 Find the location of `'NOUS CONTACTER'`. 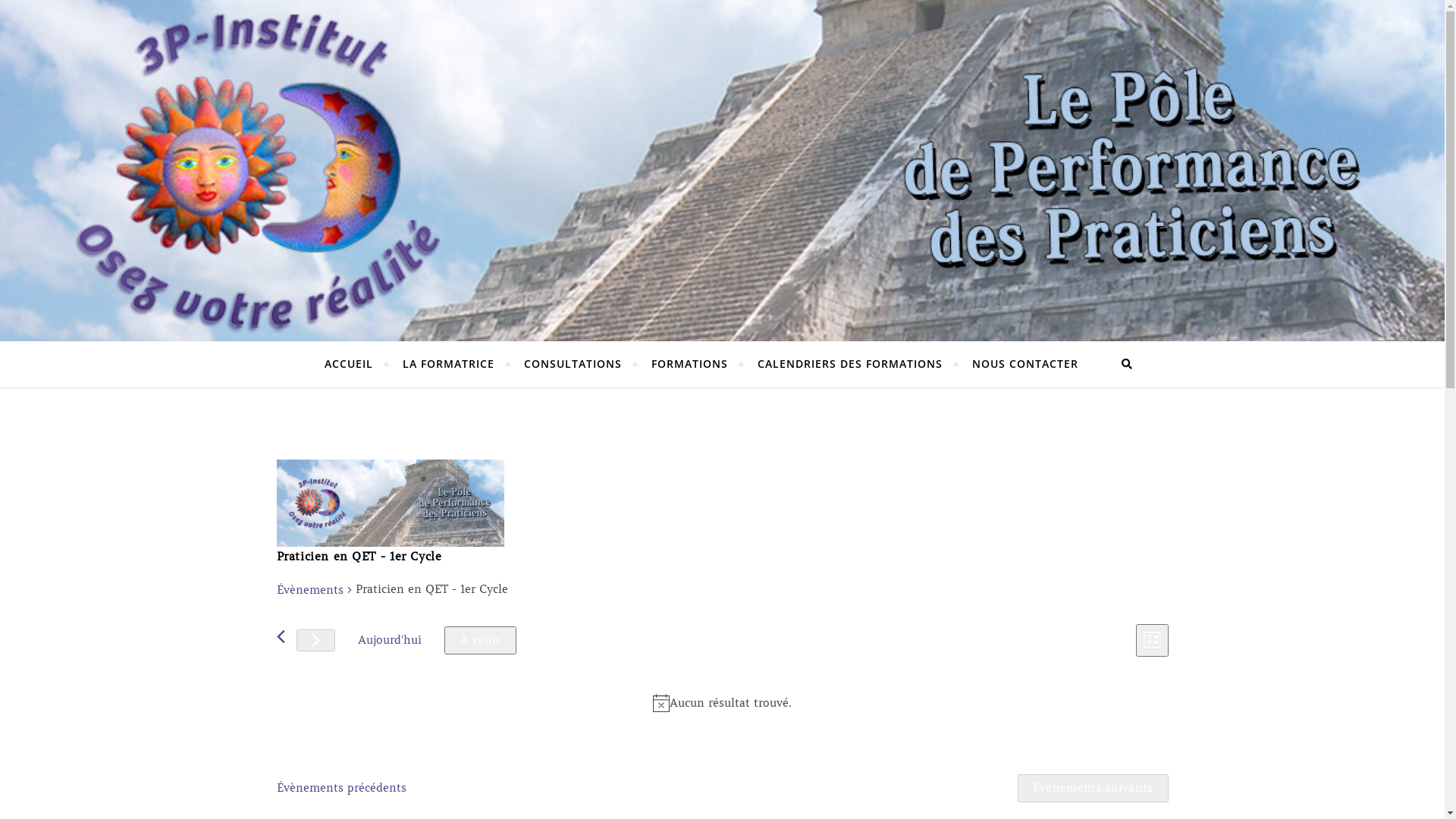

'NOUS CONTACTER' is located at coordinates (1018, 363).